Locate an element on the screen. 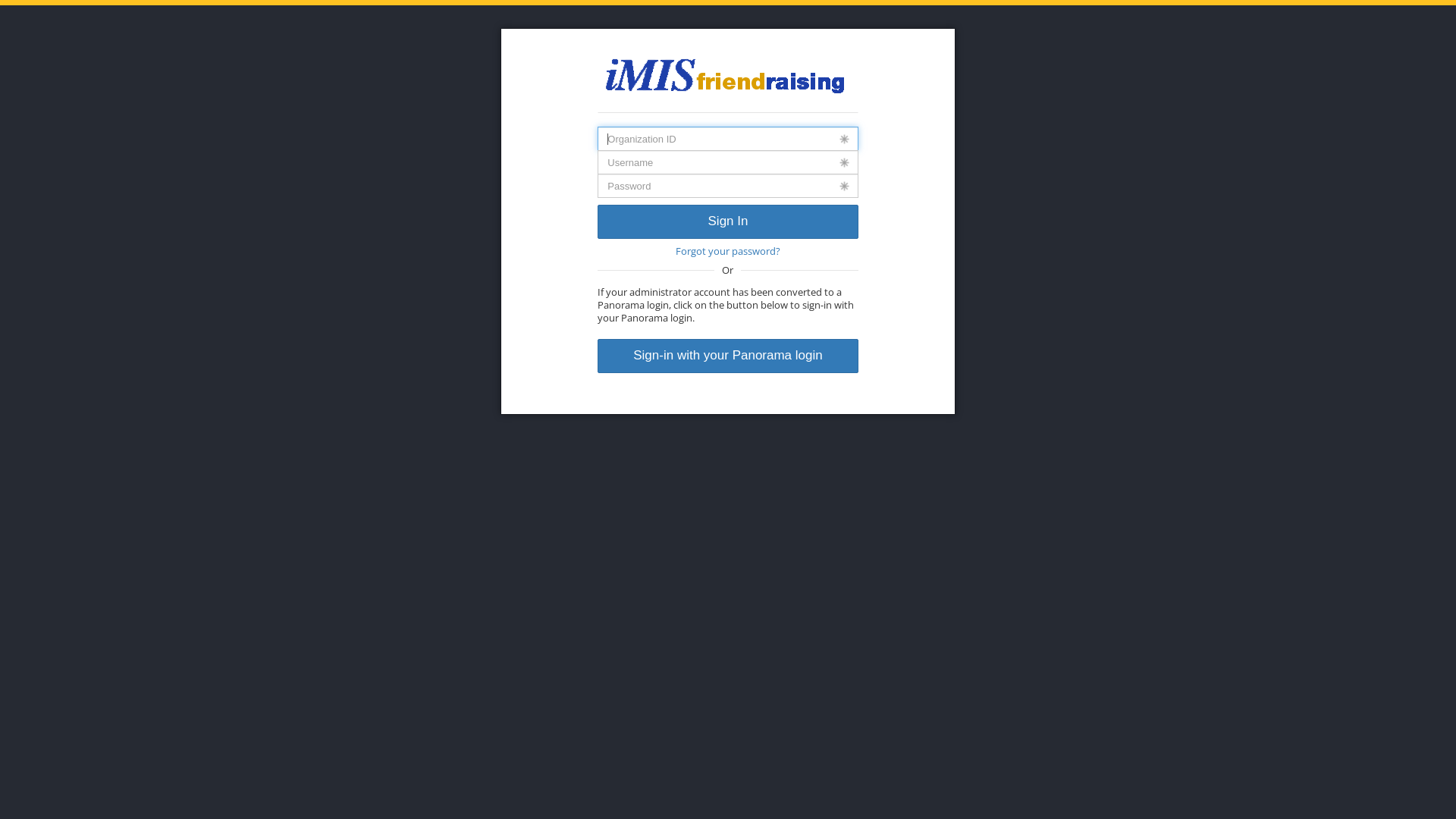 This screenshot has height=819, width=1456. 'Sign In' is located at coordinates (726, 221).